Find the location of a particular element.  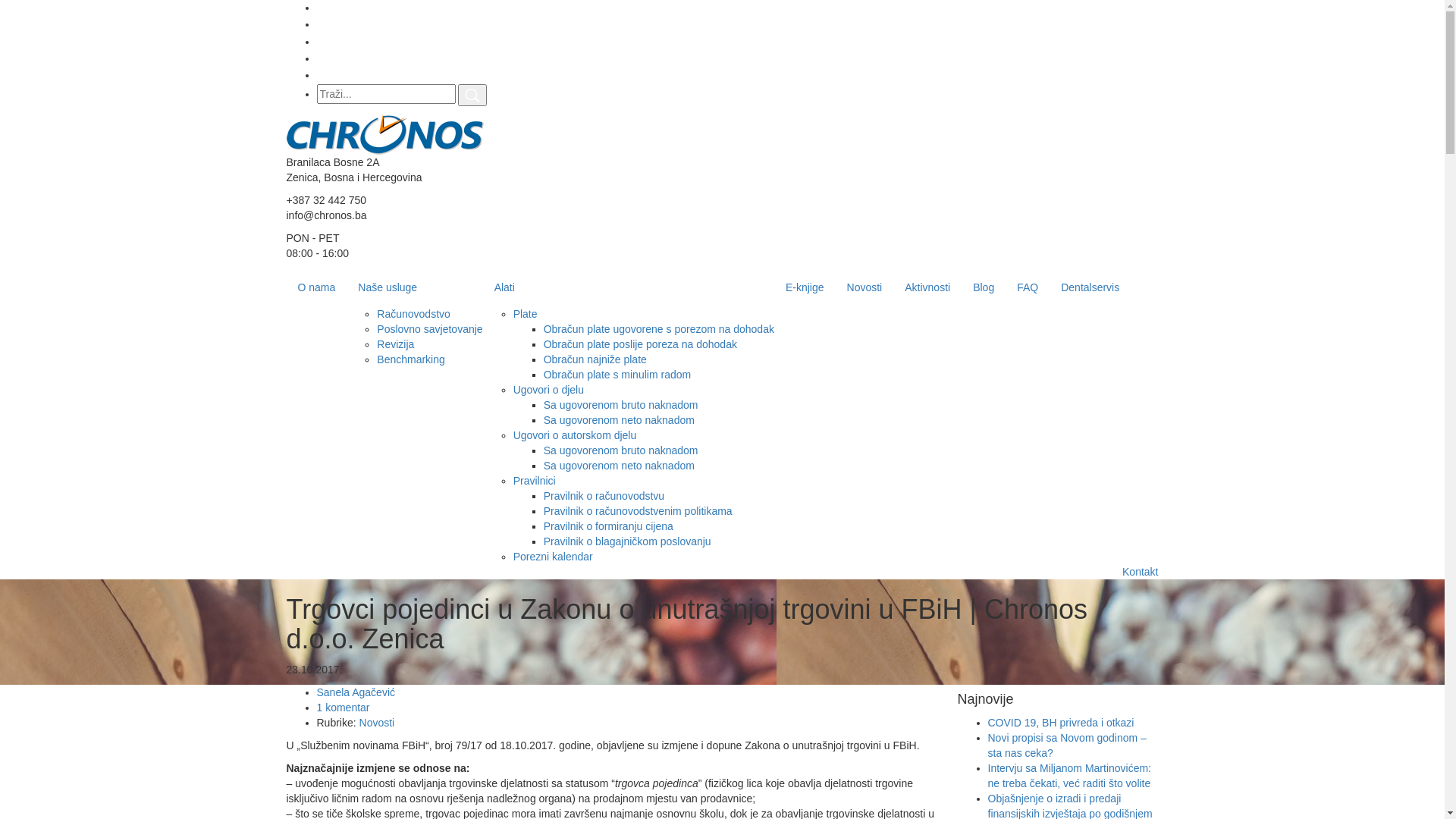

'Kontakt' is located at coordinates (1140, 571).